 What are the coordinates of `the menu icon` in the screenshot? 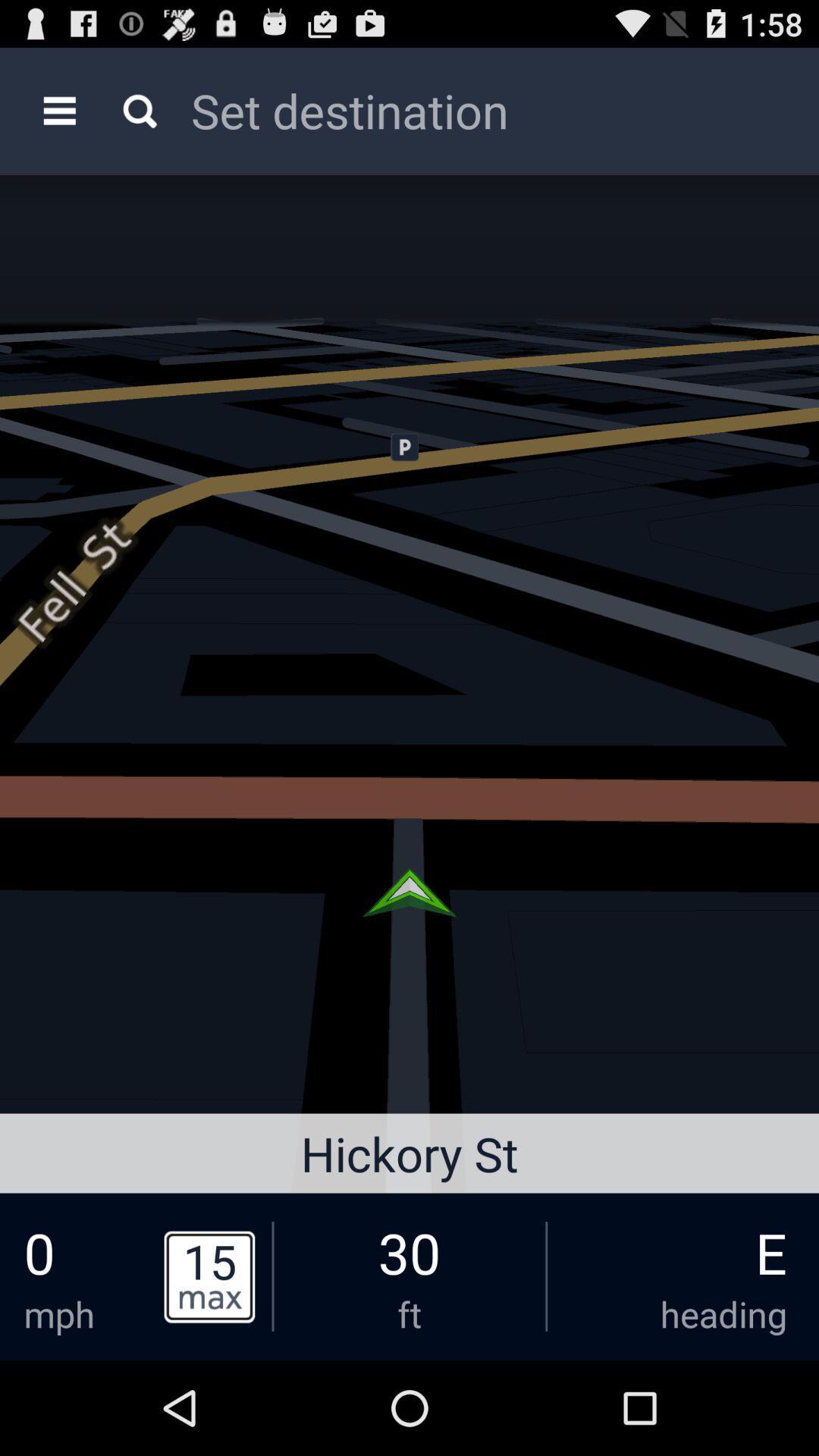 It's located at (58, 117).